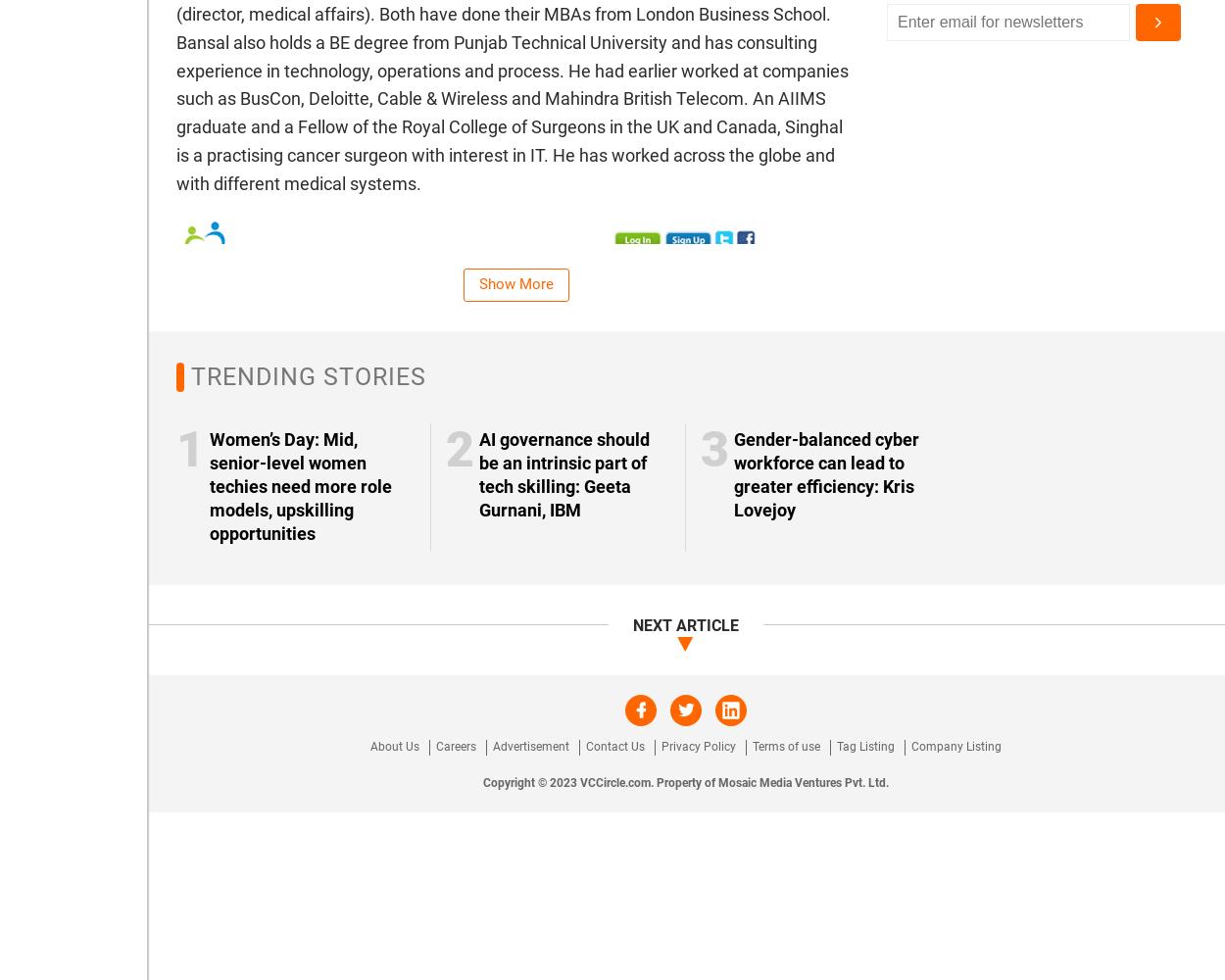  Describe the element at coordinates (531, 746) in the screenshot. I see `'Advertisement'` at that location.